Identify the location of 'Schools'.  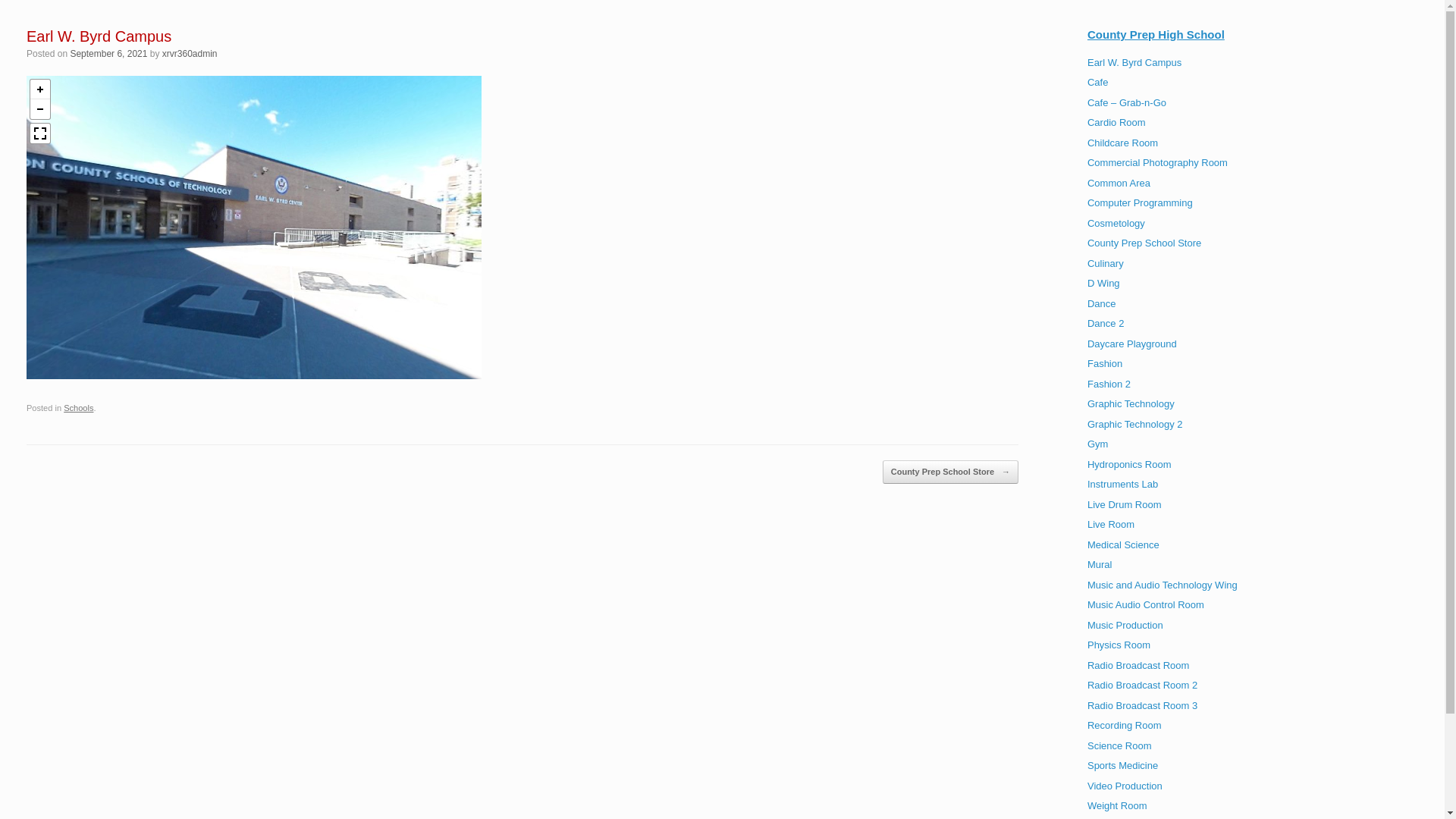
(77, 406).